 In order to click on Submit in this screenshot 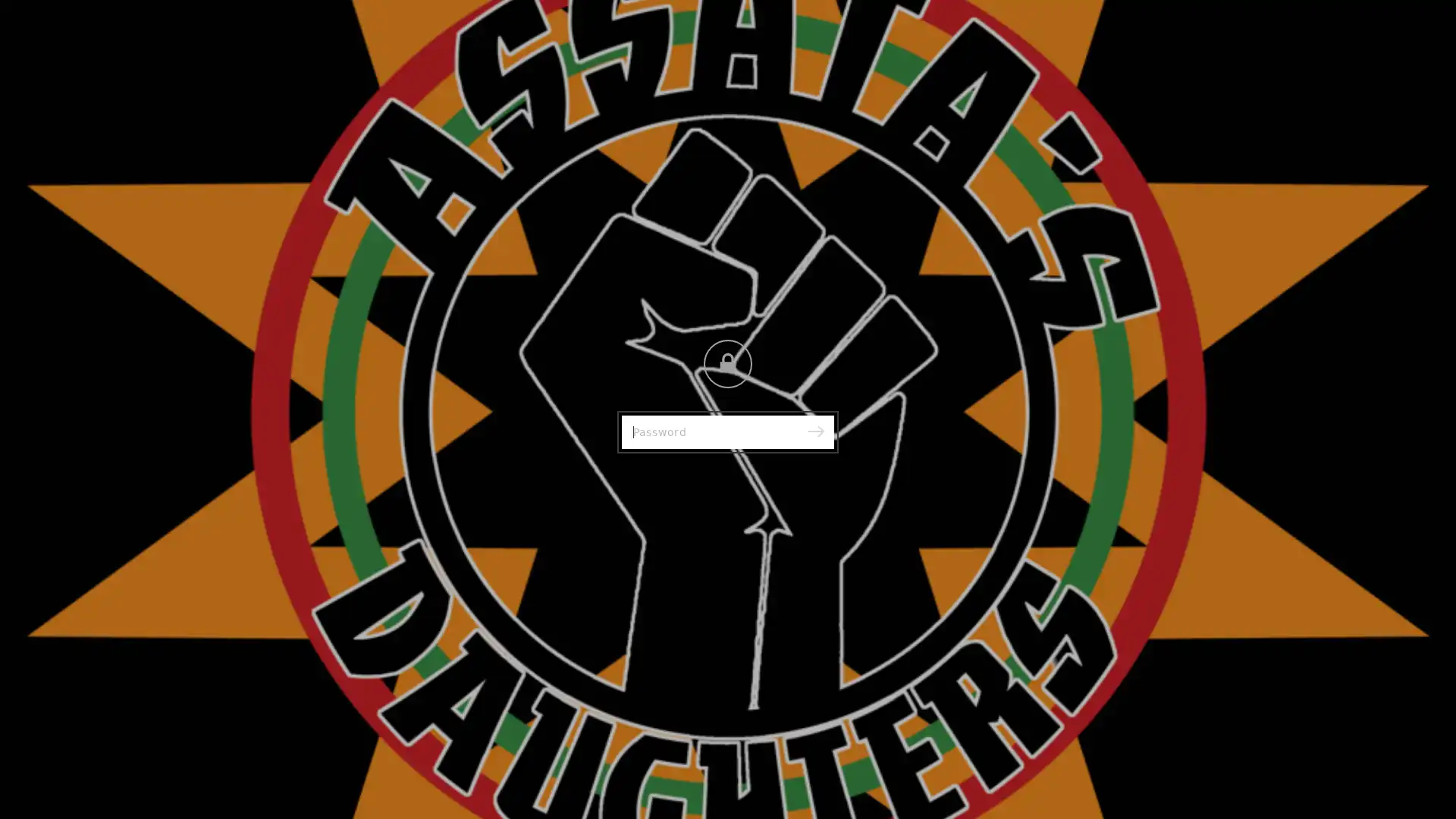, I will do `click(814, 432)`.